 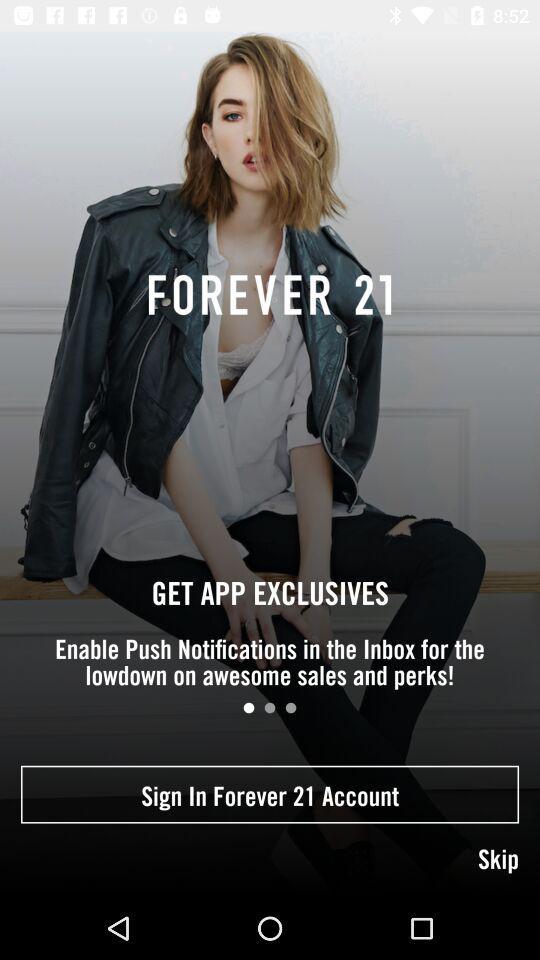 What do you see at coordinates (270, 859) in the screenshot?
I see `item below the sign in forever item` at bounding box center [270, 859].